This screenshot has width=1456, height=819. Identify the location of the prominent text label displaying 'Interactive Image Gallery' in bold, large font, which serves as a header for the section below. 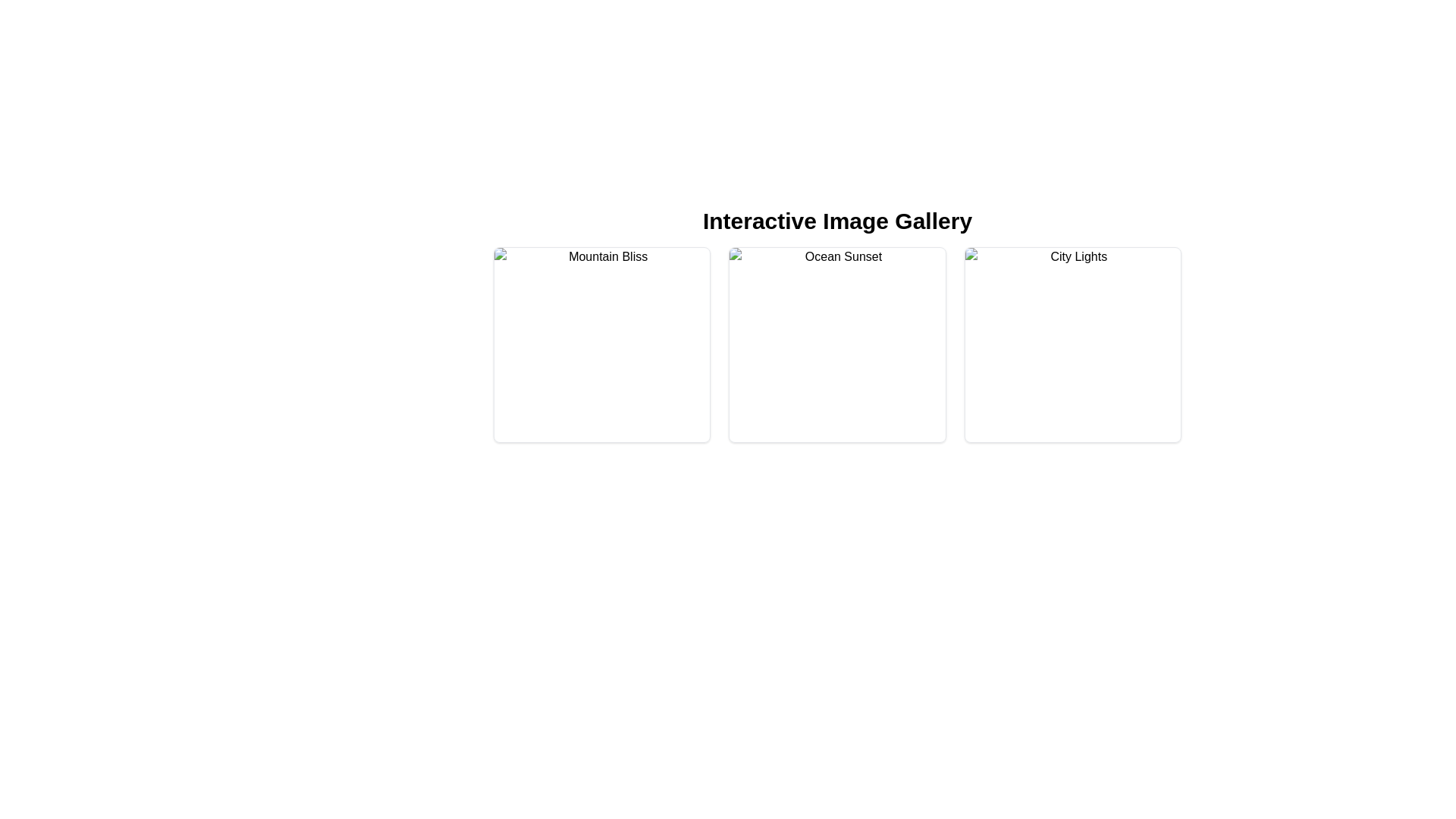
(836, 221).